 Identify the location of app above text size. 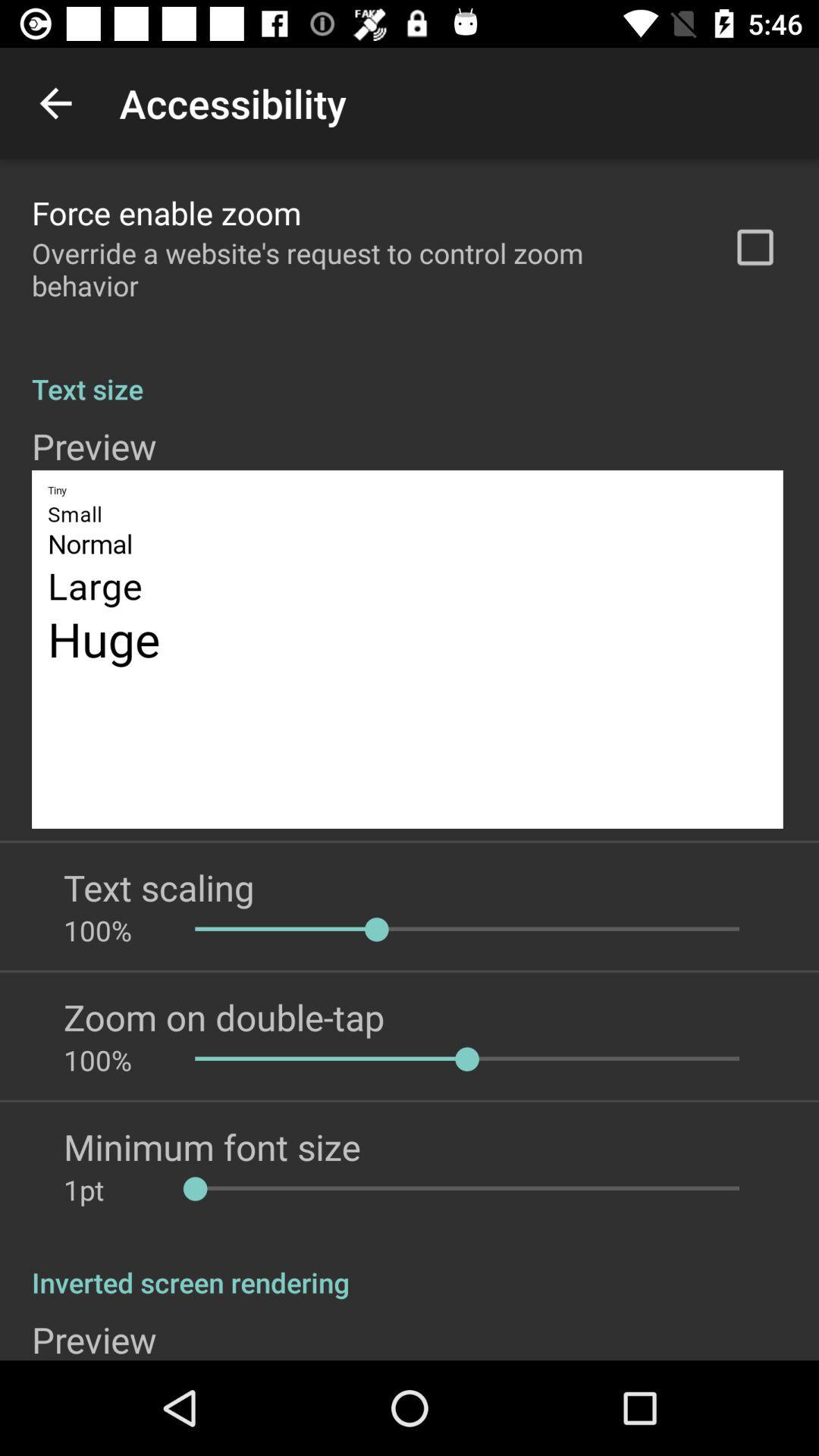
(755, 247).